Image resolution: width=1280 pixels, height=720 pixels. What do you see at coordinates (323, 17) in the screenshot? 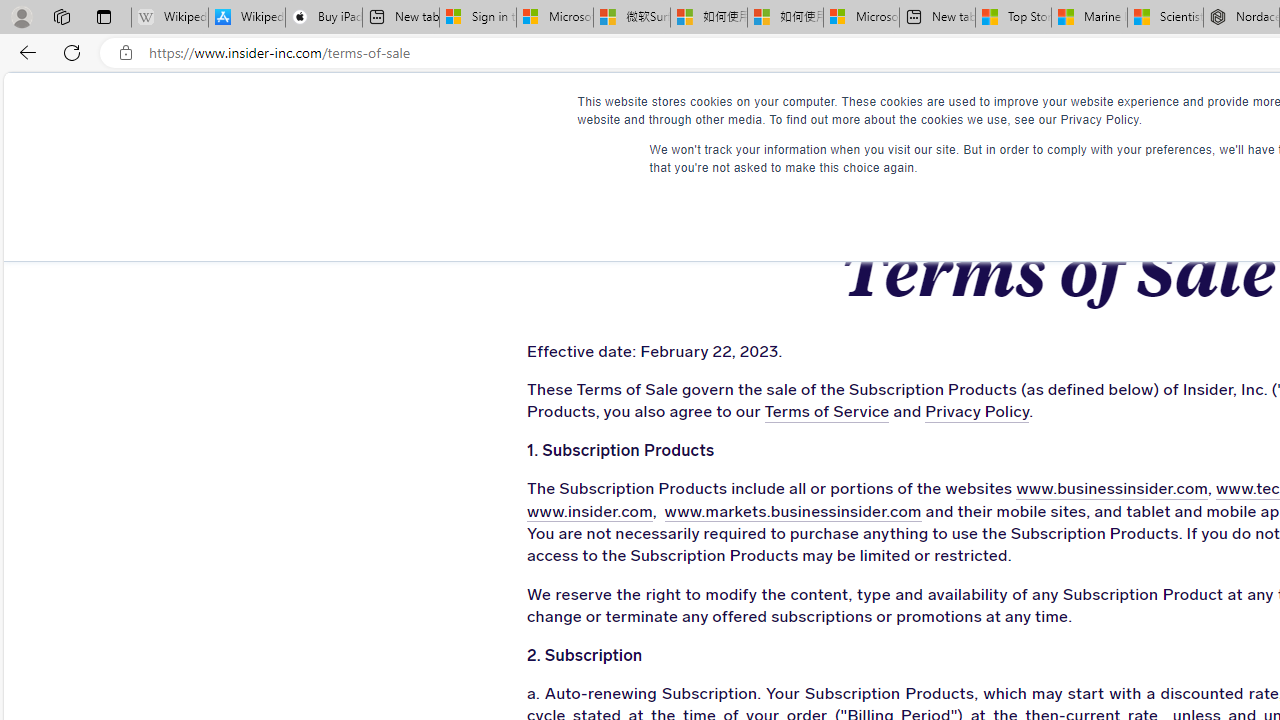
I see `'Buy iPad - Apple'` at bounding box center [323, 17].